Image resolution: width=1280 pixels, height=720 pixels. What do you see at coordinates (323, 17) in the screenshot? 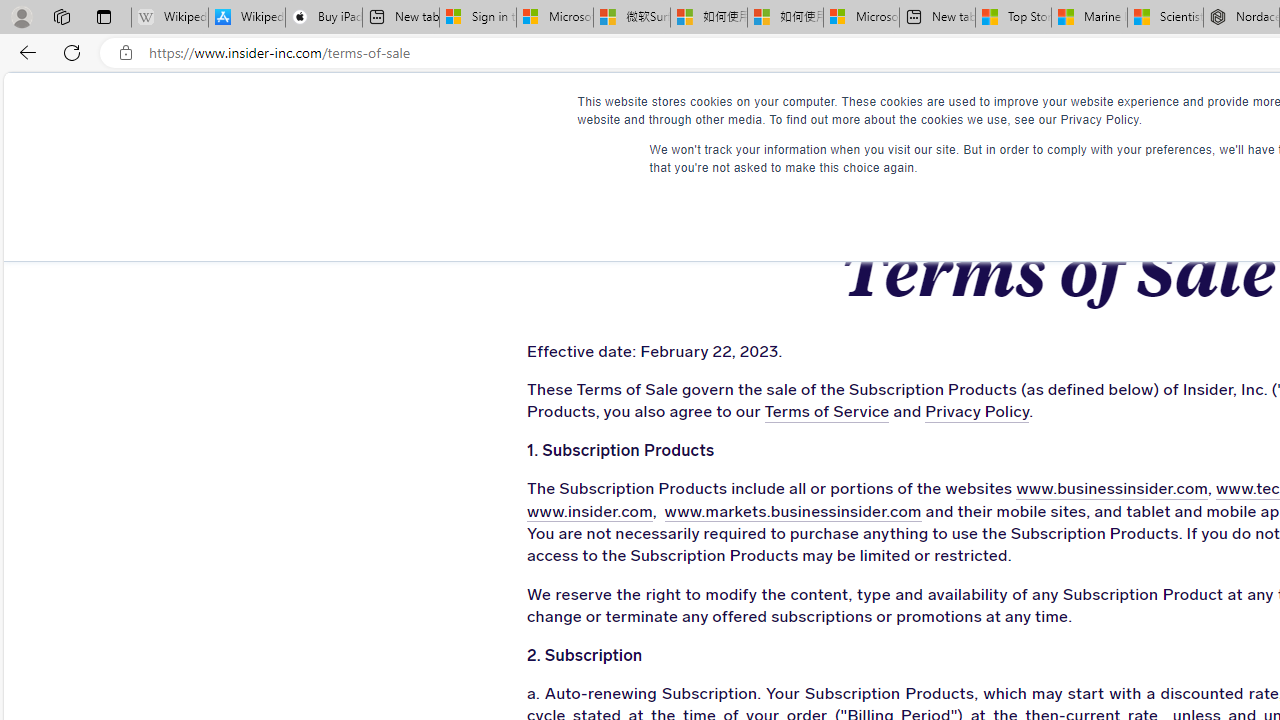
I see `'Buy iPad - Apple'` at bounding box center [323, 17].